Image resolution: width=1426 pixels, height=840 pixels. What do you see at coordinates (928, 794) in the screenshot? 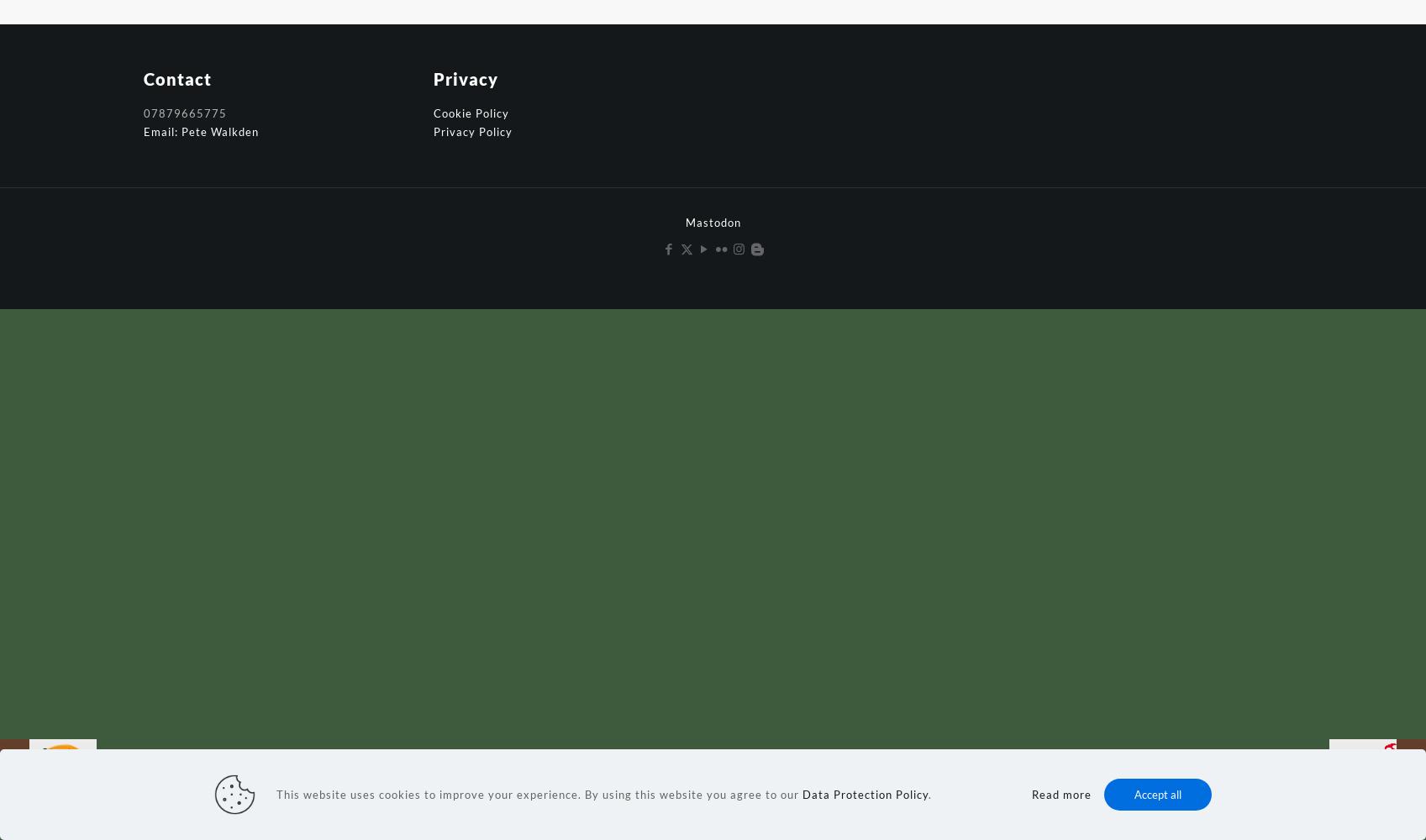
I see `'.'` at bounding box center [928, 794].